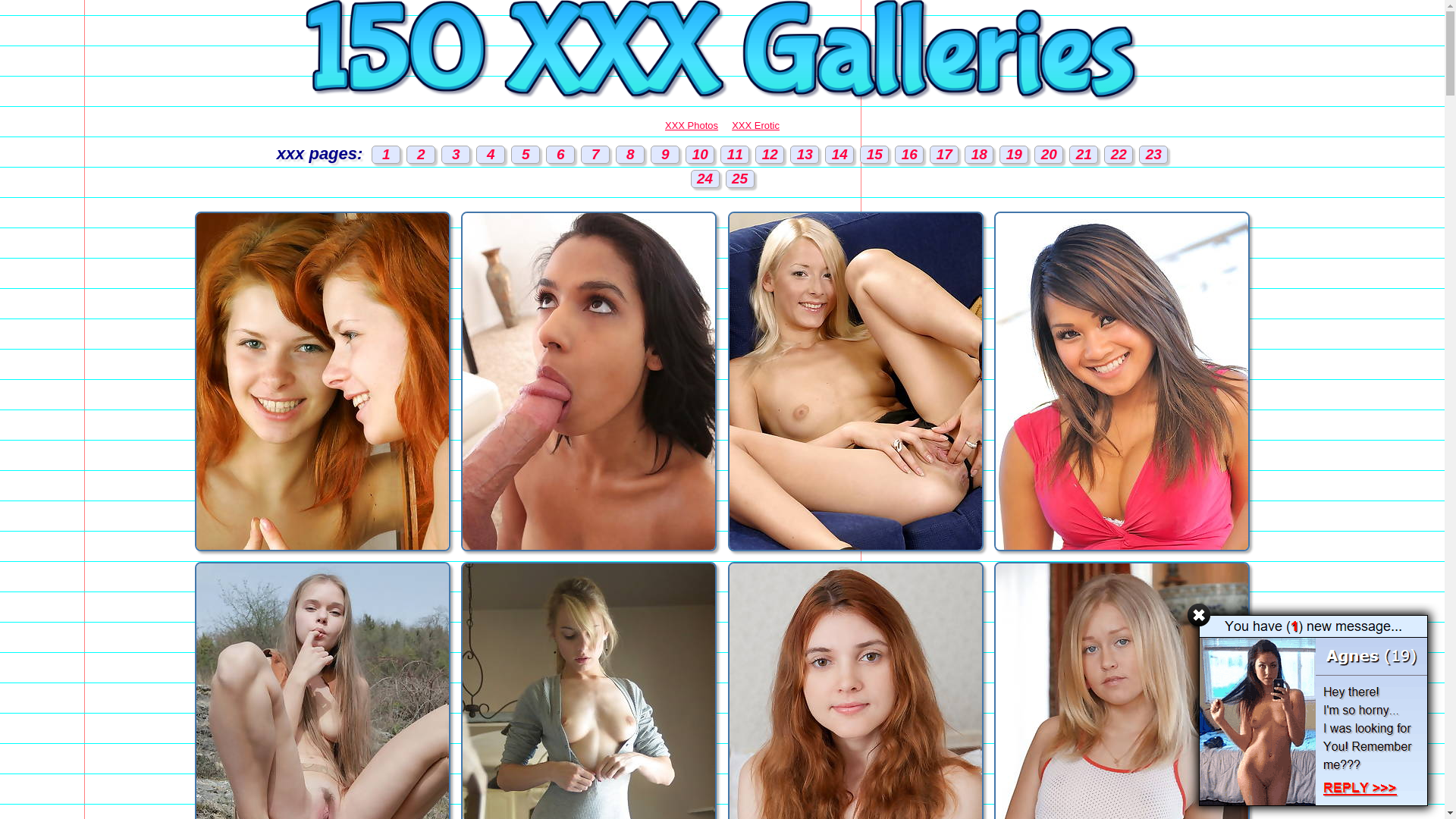 Image resolution: width=1456 pixels, height=819 pixels. What do you see at coordinates (595, 155) in the screenshot?
I see `'7'` at bounding box center [595, 155].